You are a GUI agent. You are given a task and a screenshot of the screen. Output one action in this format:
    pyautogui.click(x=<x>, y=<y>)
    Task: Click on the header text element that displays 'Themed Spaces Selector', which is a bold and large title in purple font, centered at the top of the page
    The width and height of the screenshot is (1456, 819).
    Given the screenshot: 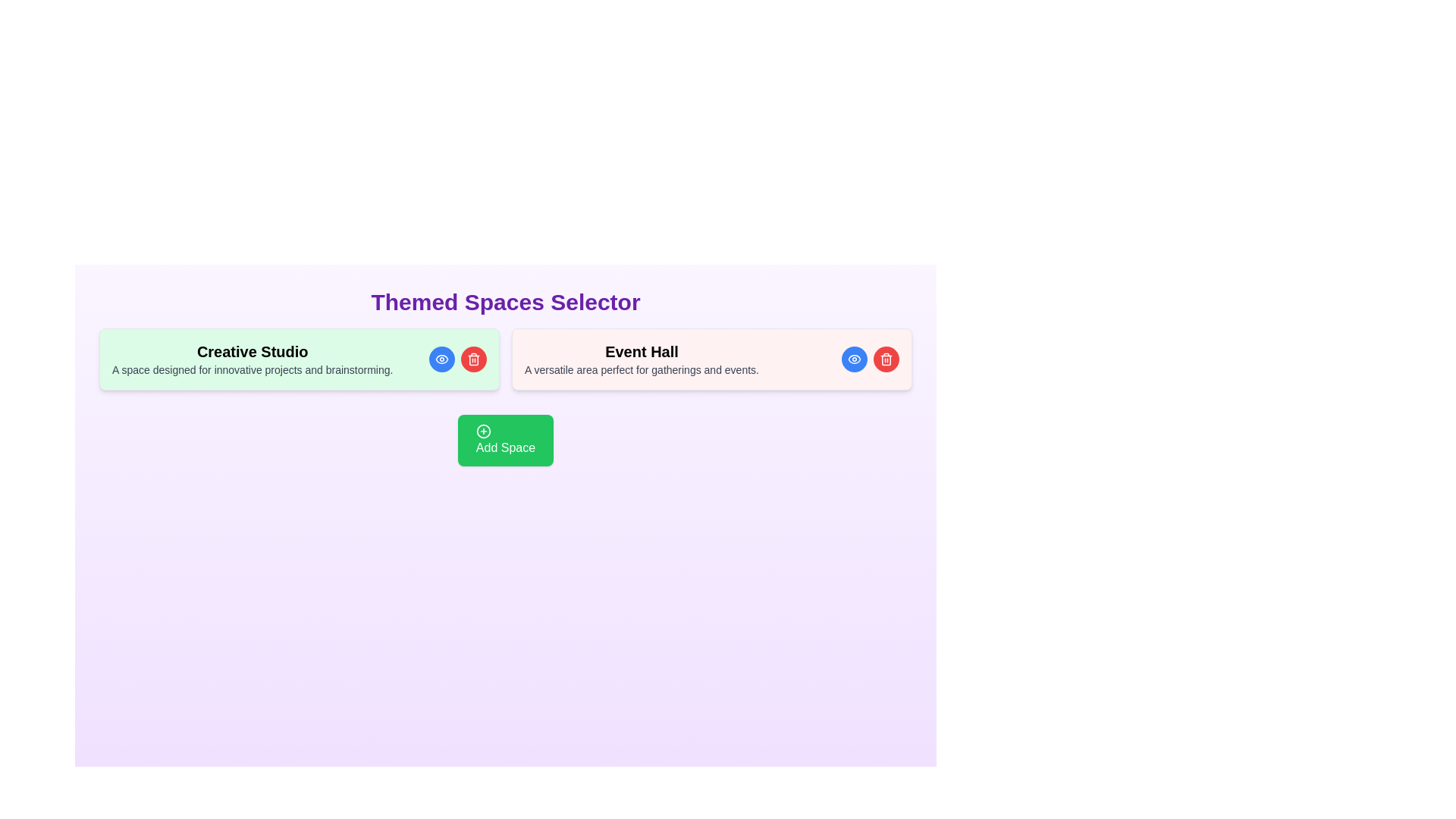 What is the action you would take?
    pyautogui.click(x=506, y=302)
    